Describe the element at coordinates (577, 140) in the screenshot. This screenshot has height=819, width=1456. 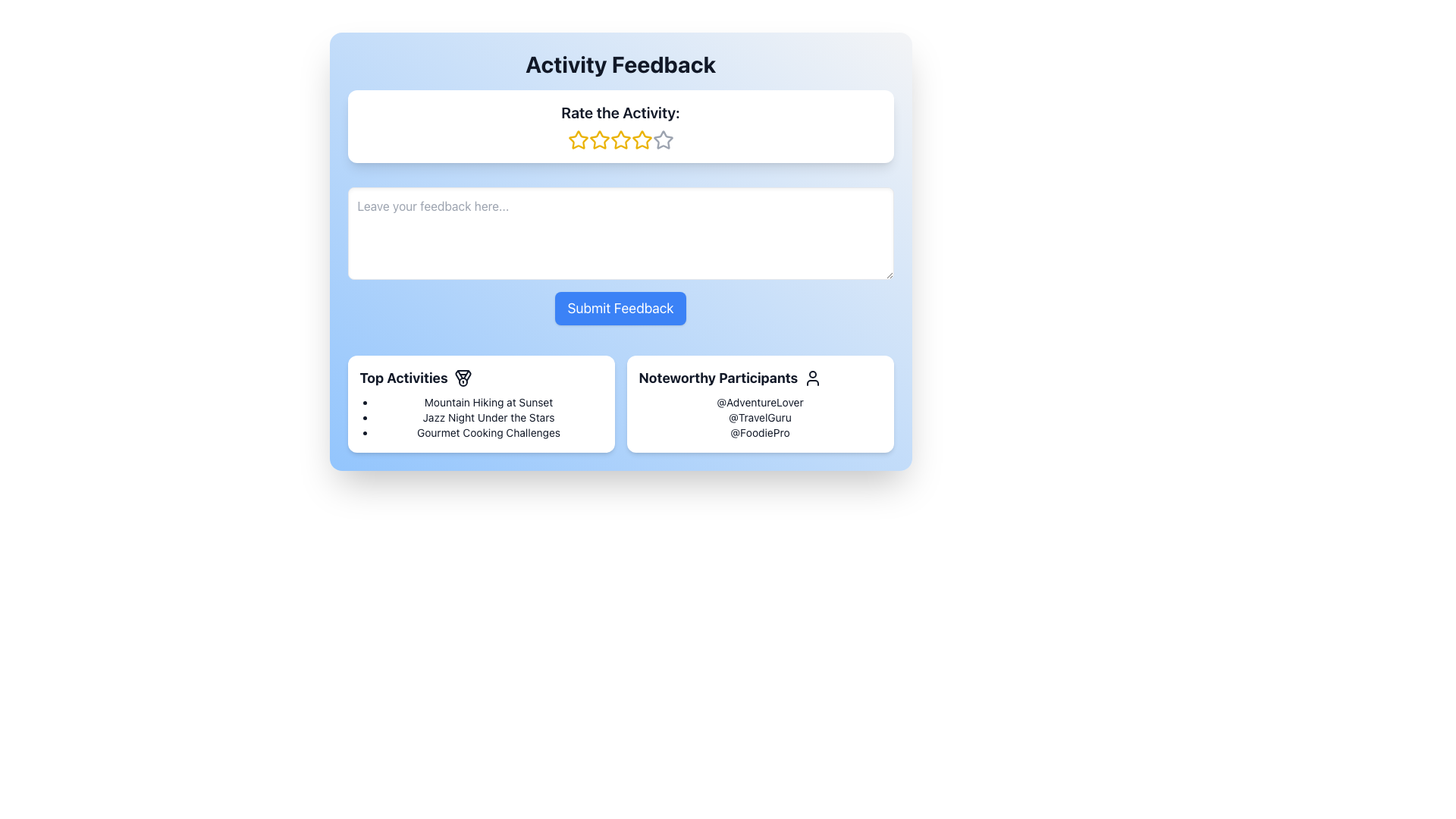
I see `the first yellow star icon in the rating component` at that location.